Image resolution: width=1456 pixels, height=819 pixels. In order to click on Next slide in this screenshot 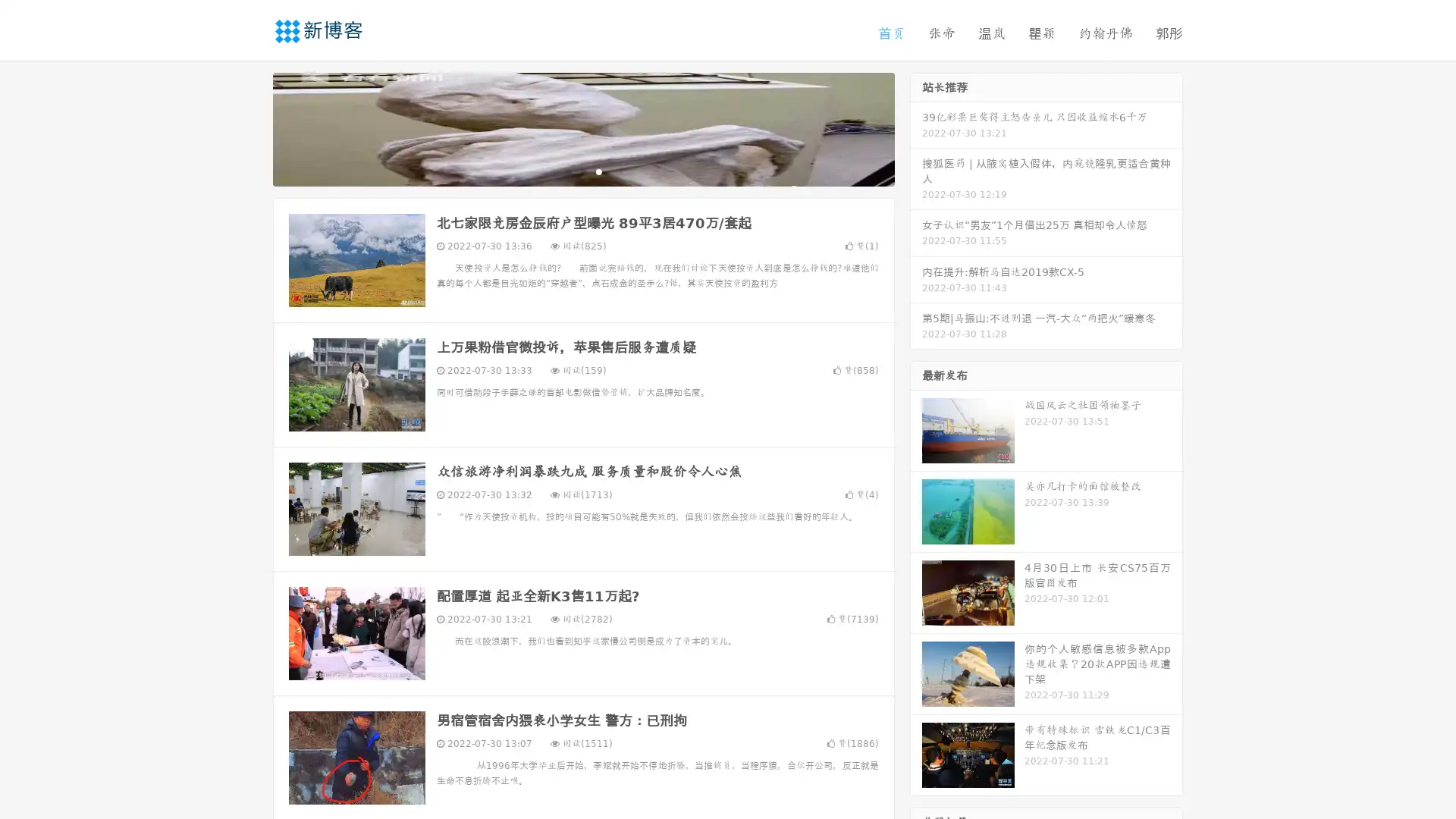, I will do `click(916, 127)`.